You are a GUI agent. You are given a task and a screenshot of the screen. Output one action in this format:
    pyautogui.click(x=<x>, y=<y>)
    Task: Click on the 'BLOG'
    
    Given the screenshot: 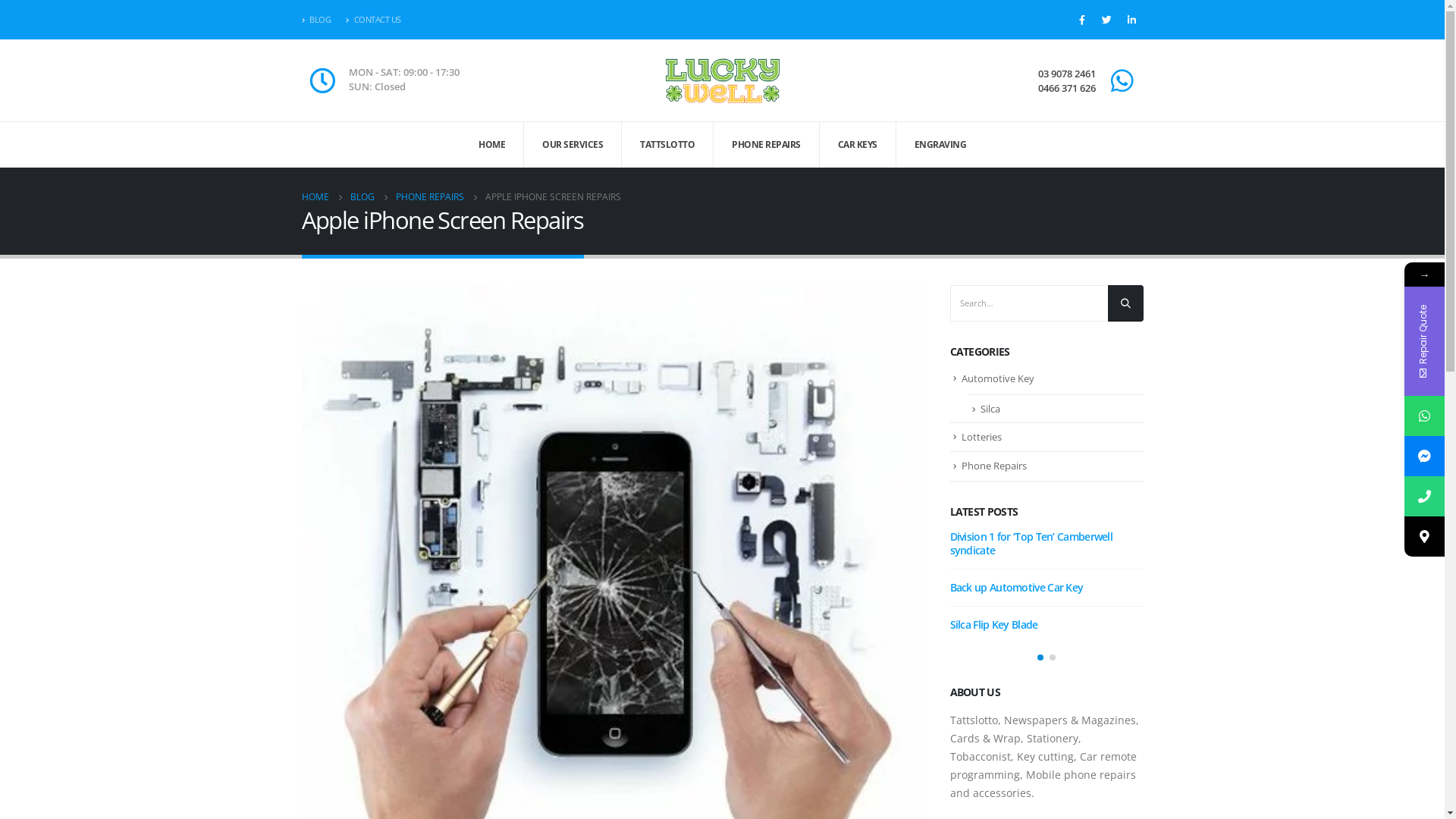 What is the action you would take?
    pyautogui.click(x=362, y=196)
    